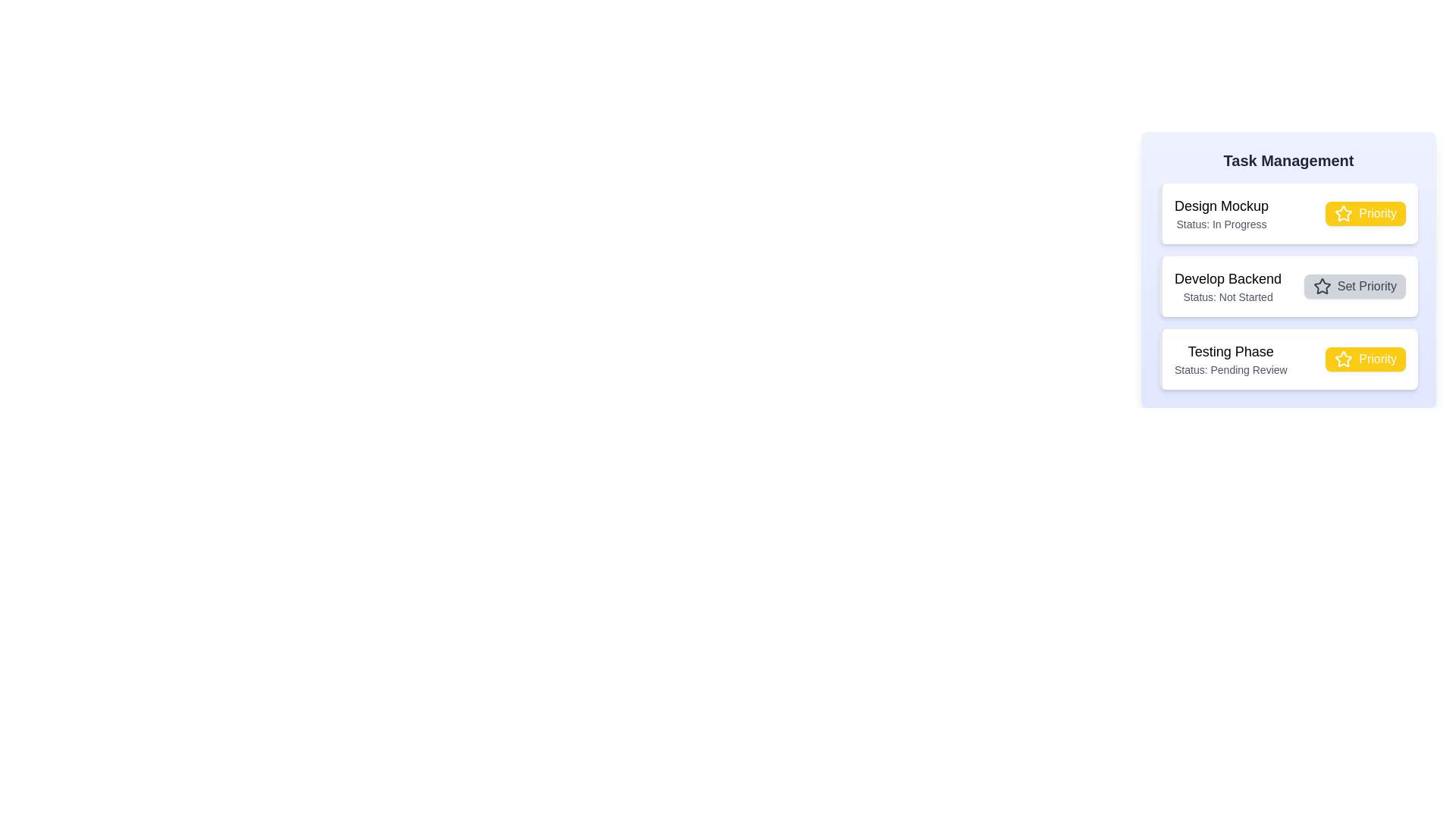 The image size is (1456, 819). What do you see at coordinates (1222, 206) in the screenshot?
I see `the task titled Design Mockup` at bounding box center [1222, 206].